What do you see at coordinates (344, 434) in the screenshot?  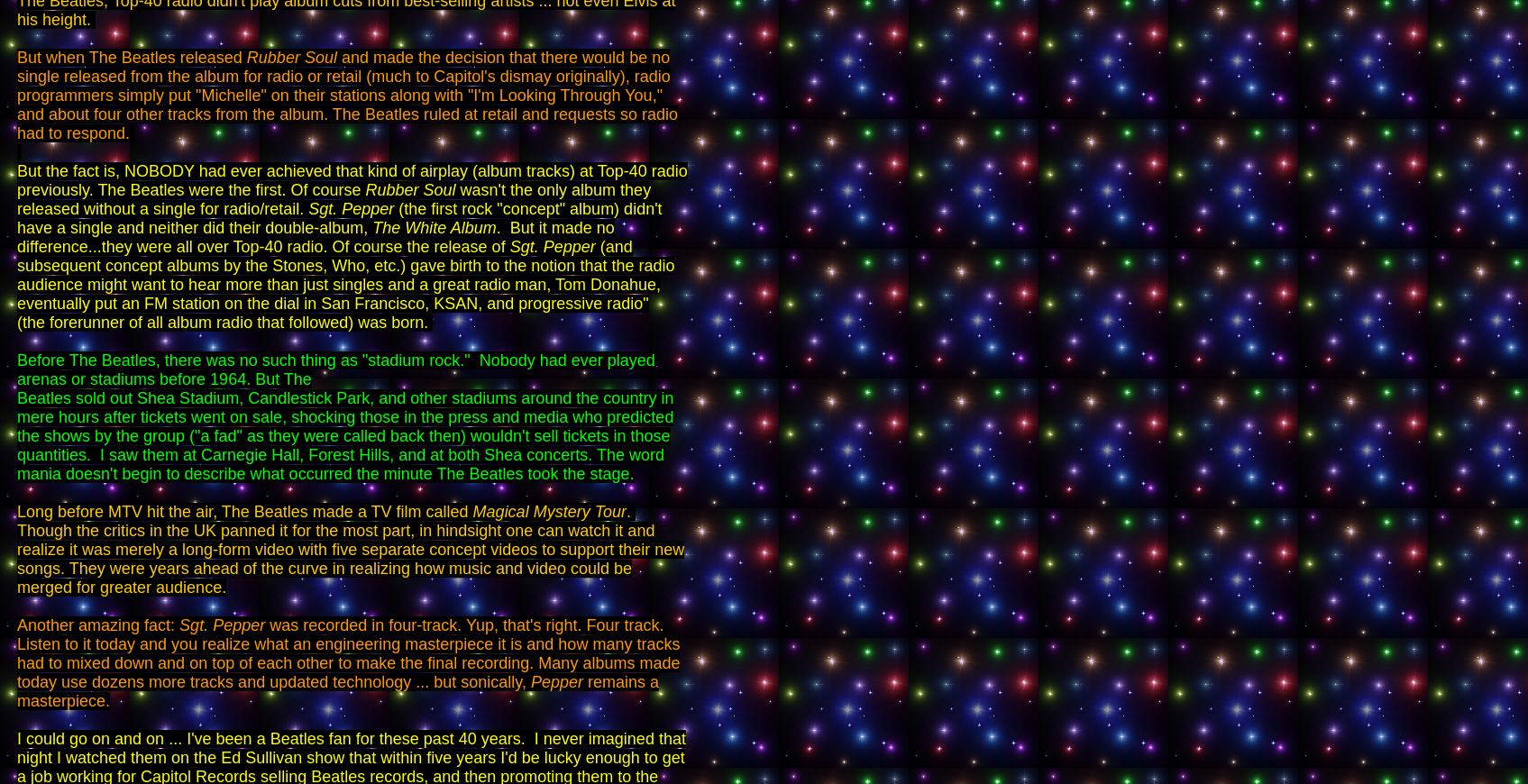 I see `'Beatles sold out Shea Stadium, Candlestick Park, and other stadiums
                           around the country in mere hours after tickets went on sale, shocking those in the press and media who predicted
                           the shows by the group ("a fad" as they were called back then) wouldn't sell tickets in those quantities.  I saw
                           them at Carnegie Hall, Forest Hills, and at both Shea concerts. The word mania doesn't begin to describe what occurred
                           the minute The Beatles took the stage.'` at bounding box center [344, 434].